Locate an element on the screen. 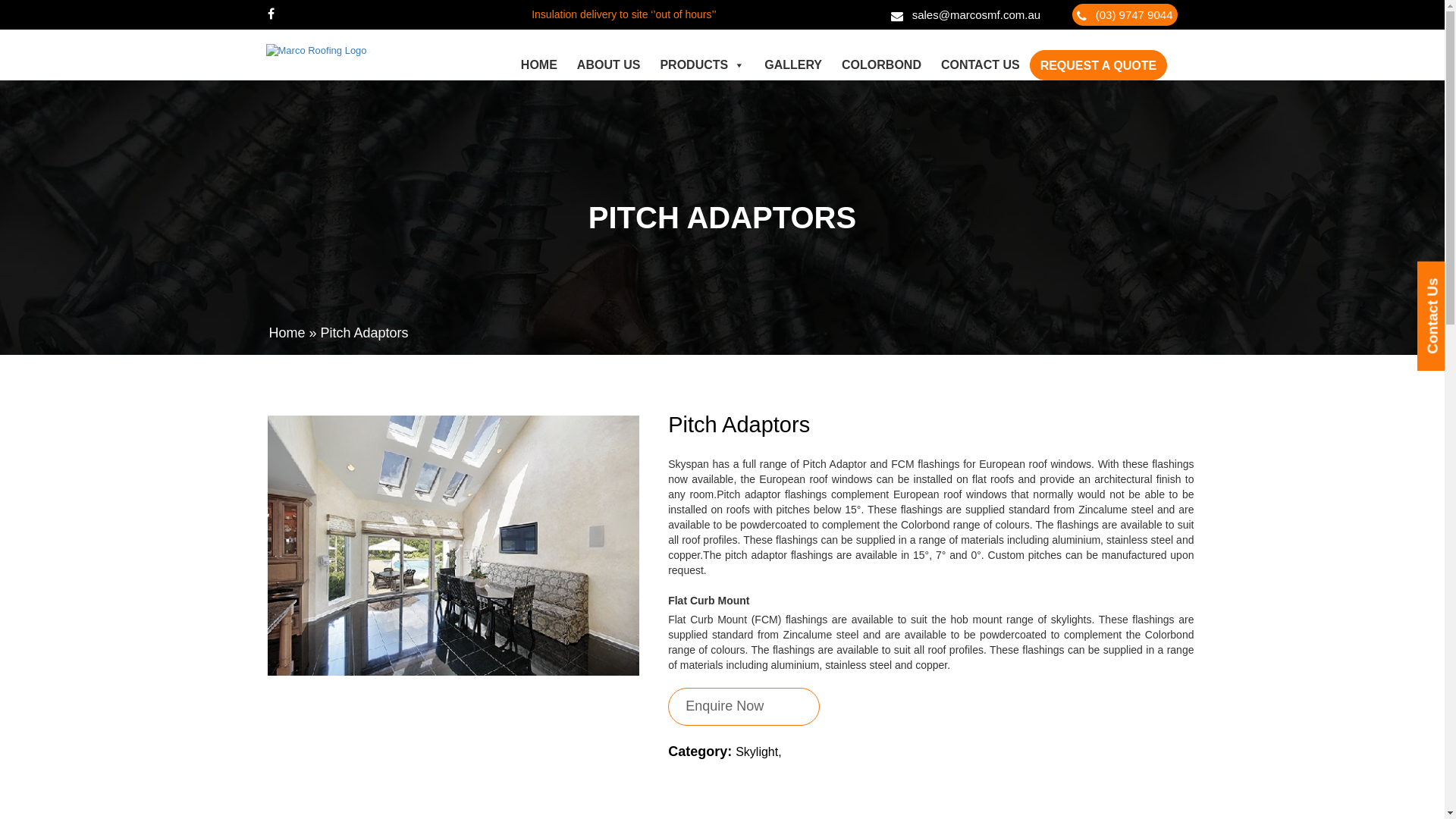 This screenshot has width=1456, height=819. 'sales@marcosmf.com.au' is located at coordinates (965, 14).